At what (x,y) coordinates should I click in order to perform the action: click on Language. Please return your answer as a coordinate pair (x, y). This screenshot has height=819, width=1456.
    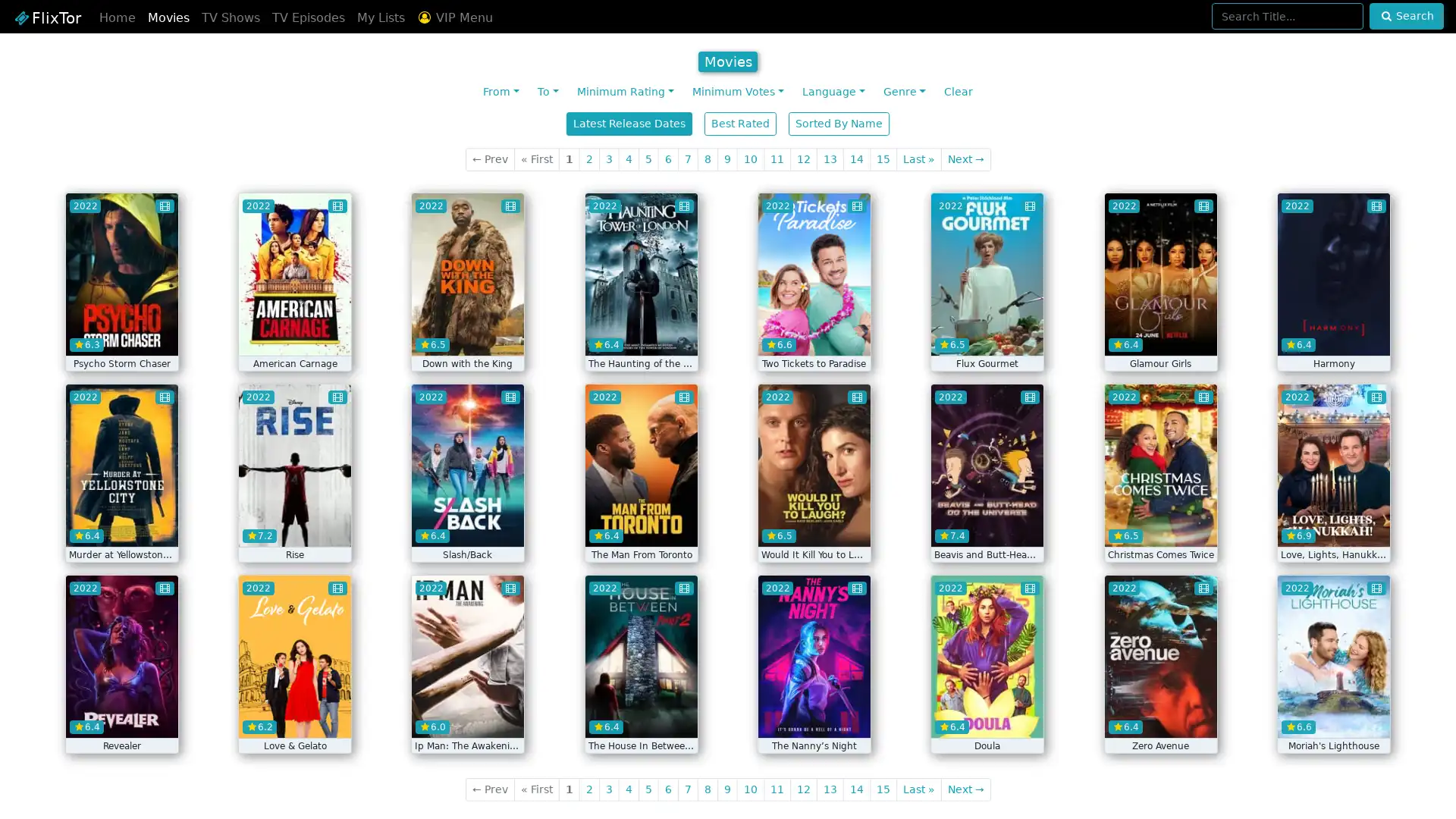
    Looking at the image, I should click on (832, 92).